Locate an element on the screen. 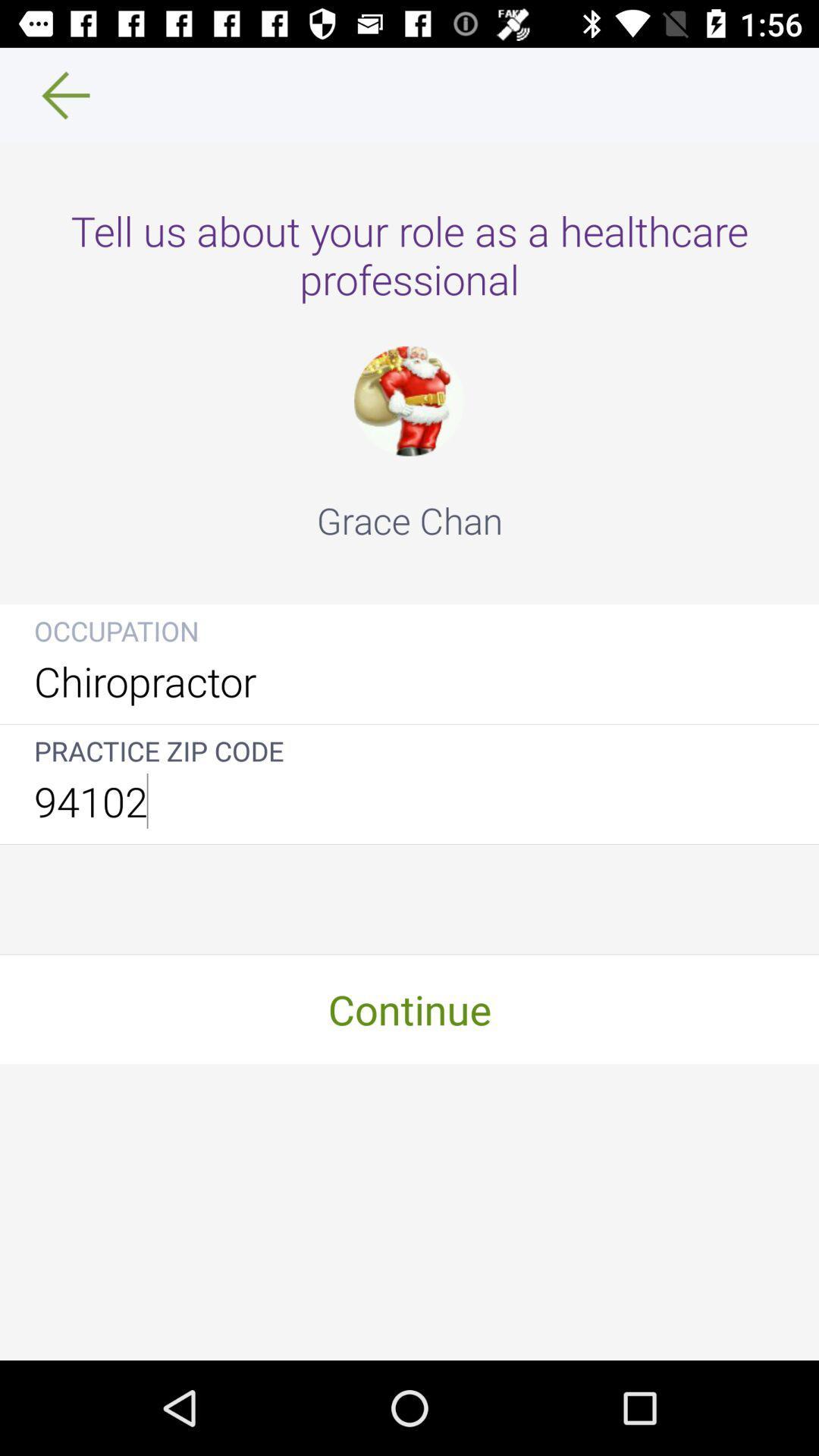  the avatar icon is located at coordinates (408, 401).